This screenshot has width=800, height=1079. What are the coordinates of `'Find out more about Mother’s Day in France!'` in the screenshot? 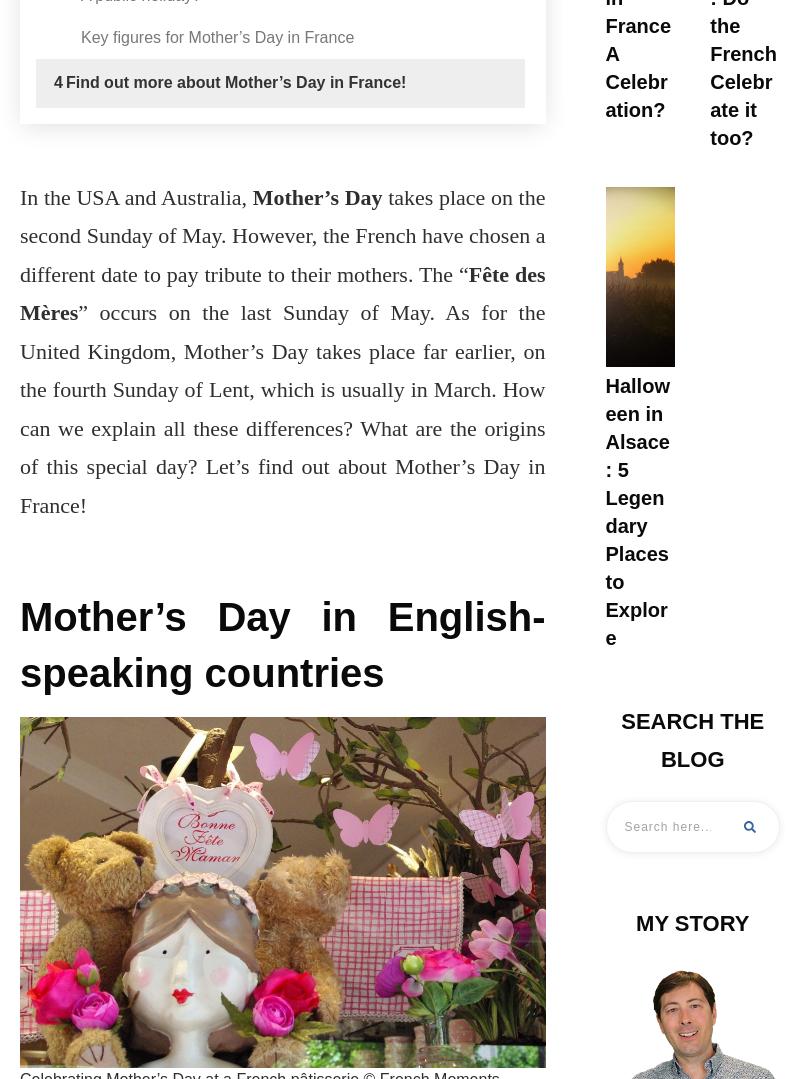 It's located at (234, 81).